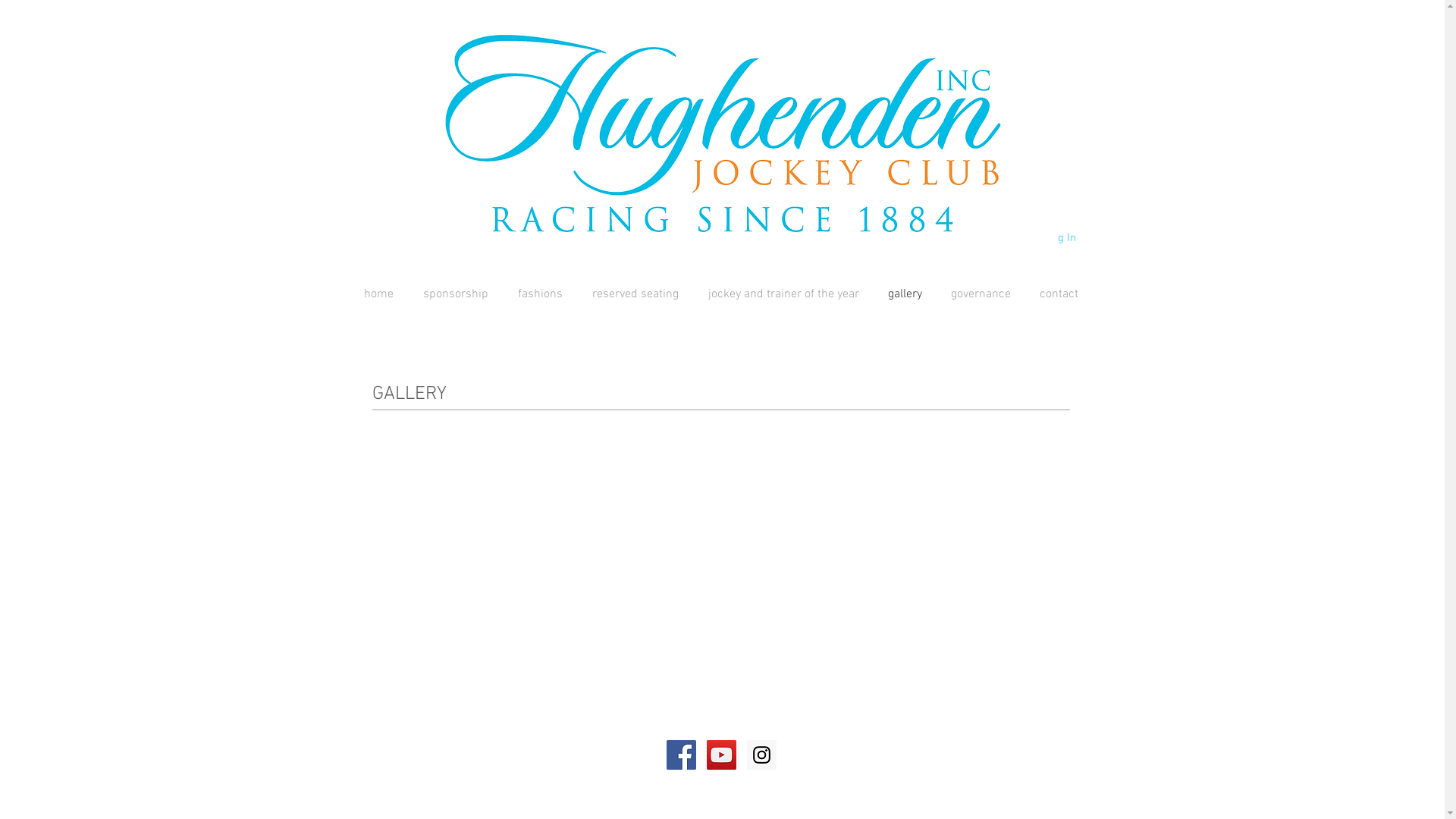  Describe the element at coordinates (1004, 237) in the screenshot. I see `'Log In'` at that location.